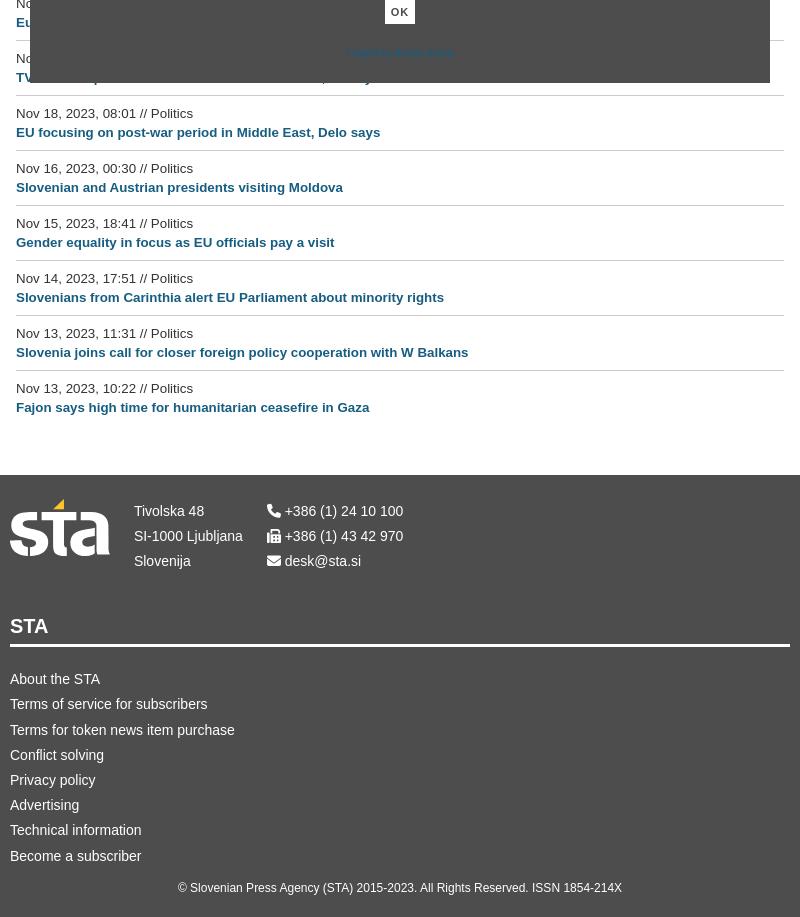 The height and width of the screenshot is (917, 800). What do you see at coordinates (107, 703) in the screenshot?
I see `'Terms of service for subscribers'` at bounding box center [107, 703].